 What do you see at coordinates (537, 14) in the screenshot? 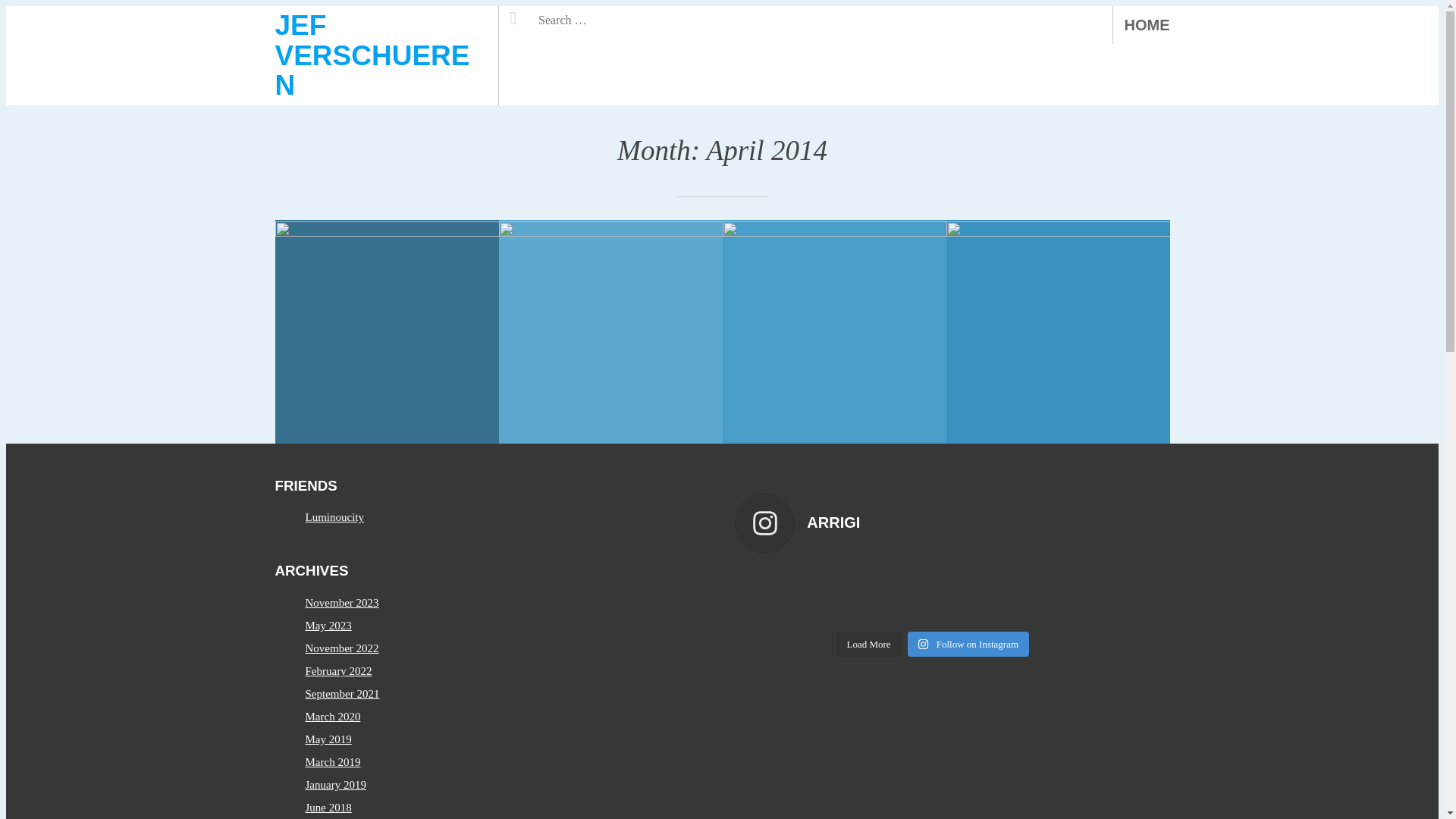
I see `'Search'` at bounding box center [537, 14].